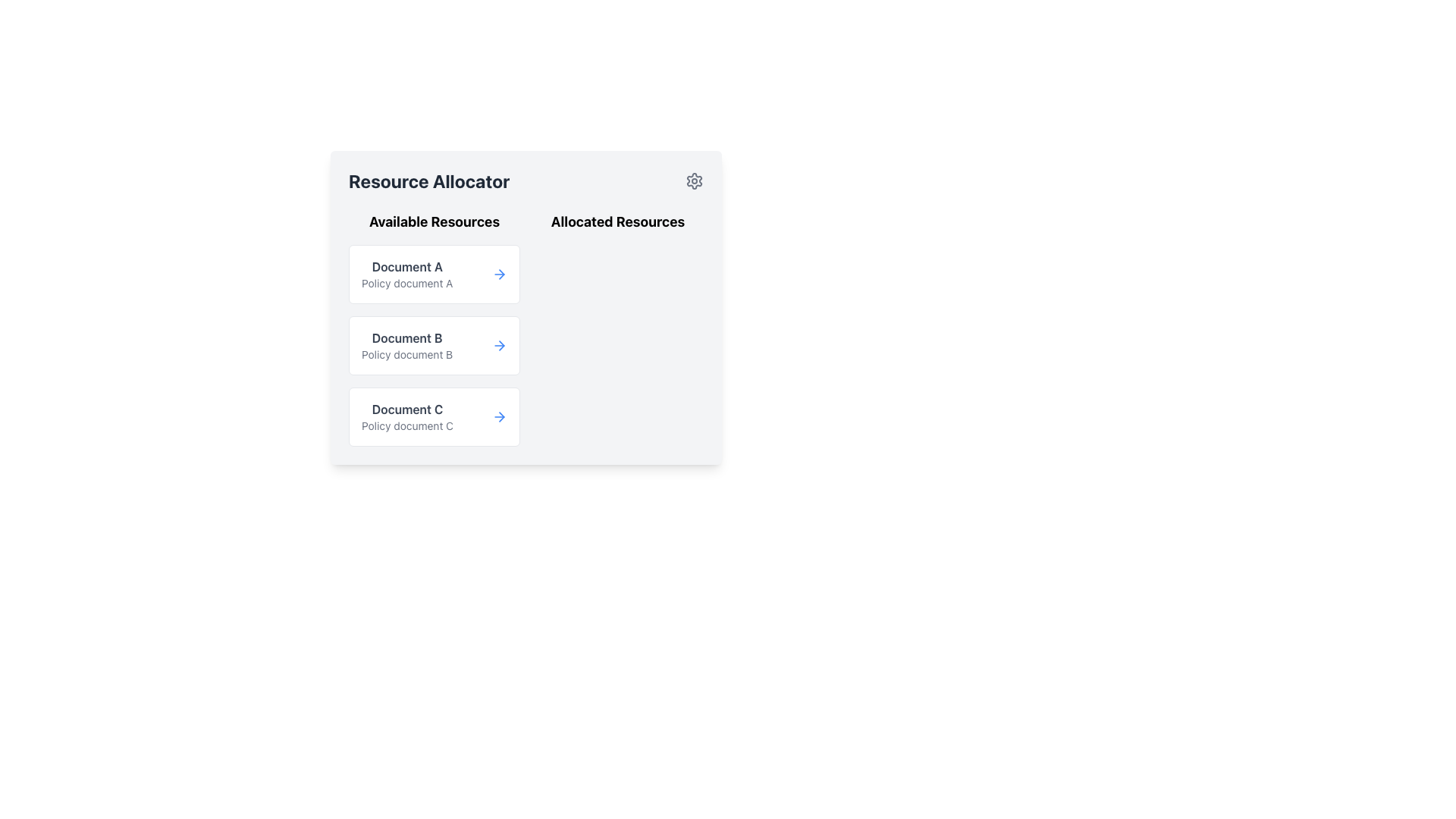 This screenshot has width=1456, height=819. I want to click on the gray gear-like Settings Icon located in the top-right corner of the 'Resource Allocator' section, so click(694, 180).